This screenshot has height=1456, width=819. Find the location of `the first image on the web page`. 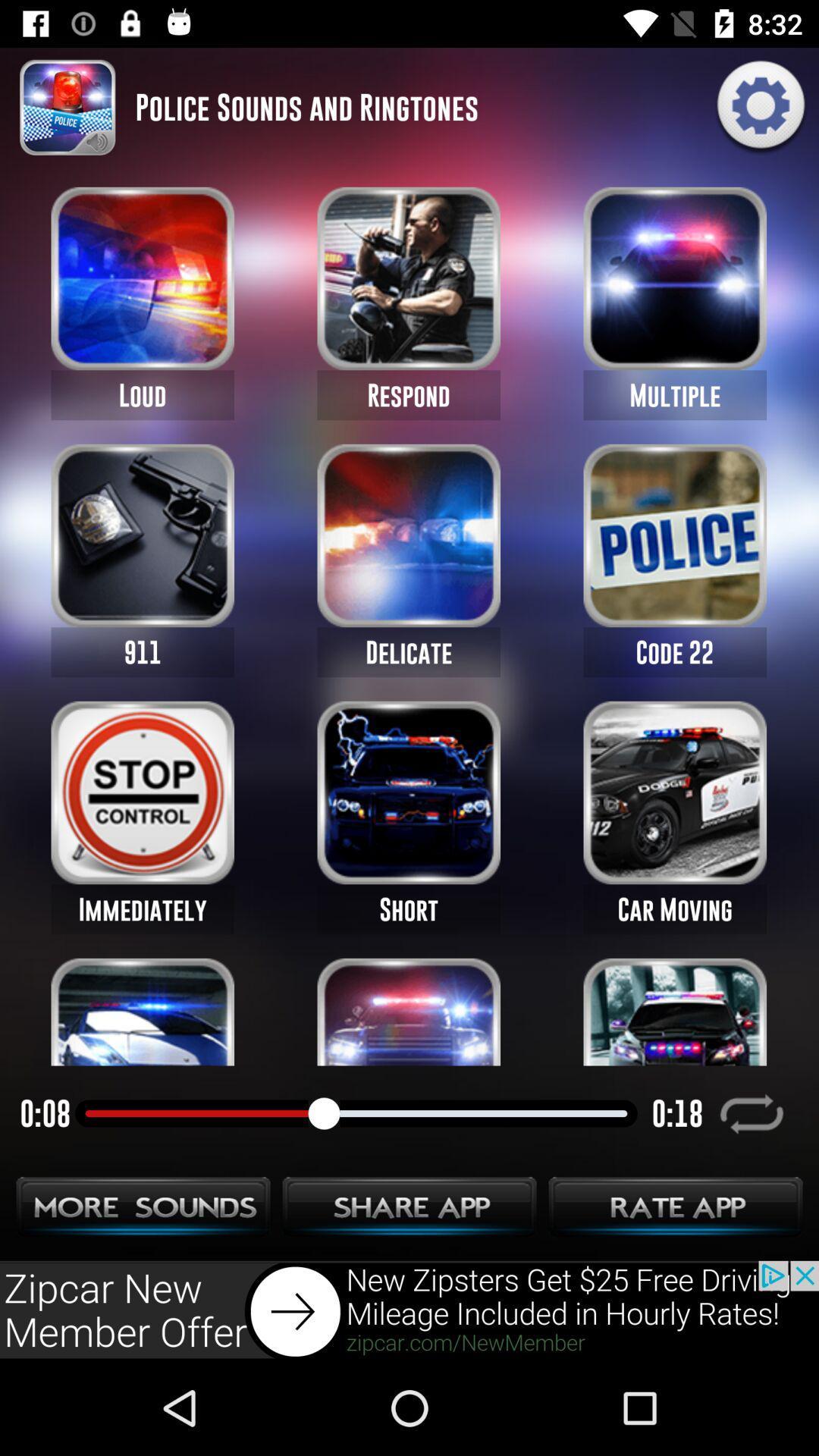

the first image on the web page is located at coordinates (143, 278).